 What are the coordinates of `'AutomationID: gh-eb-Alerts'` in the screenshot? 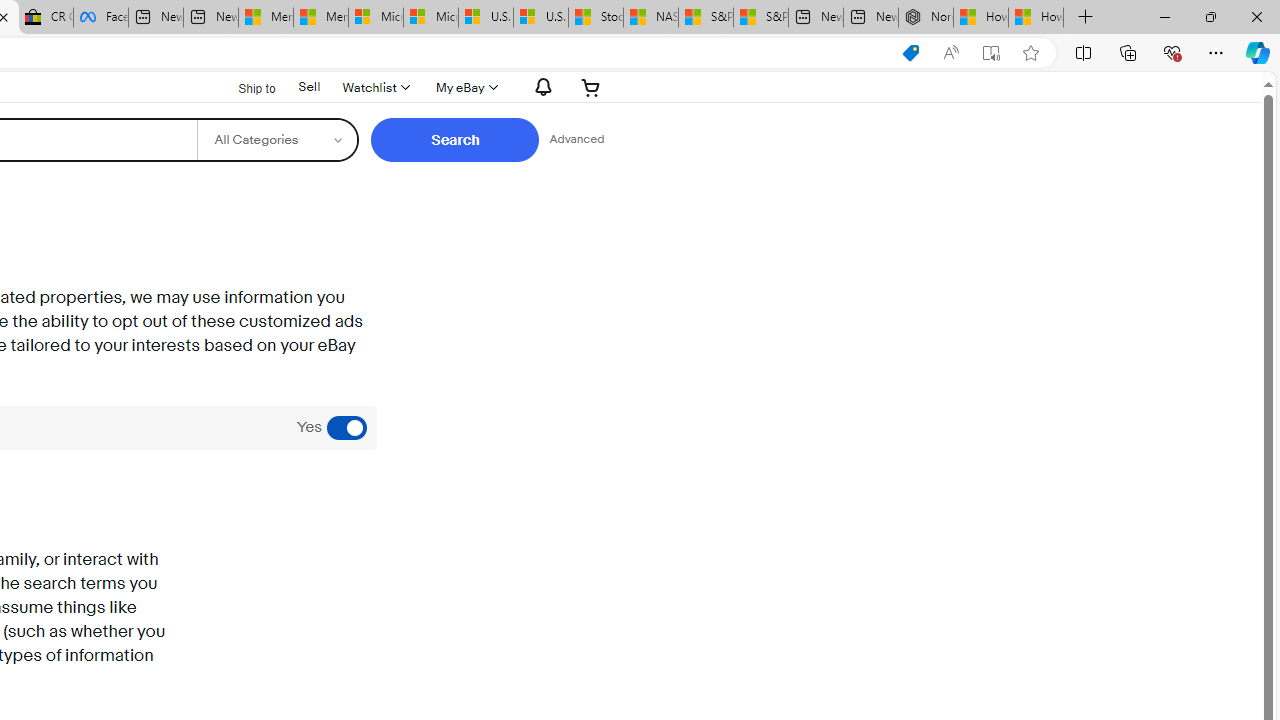 It's located at (540, 86).